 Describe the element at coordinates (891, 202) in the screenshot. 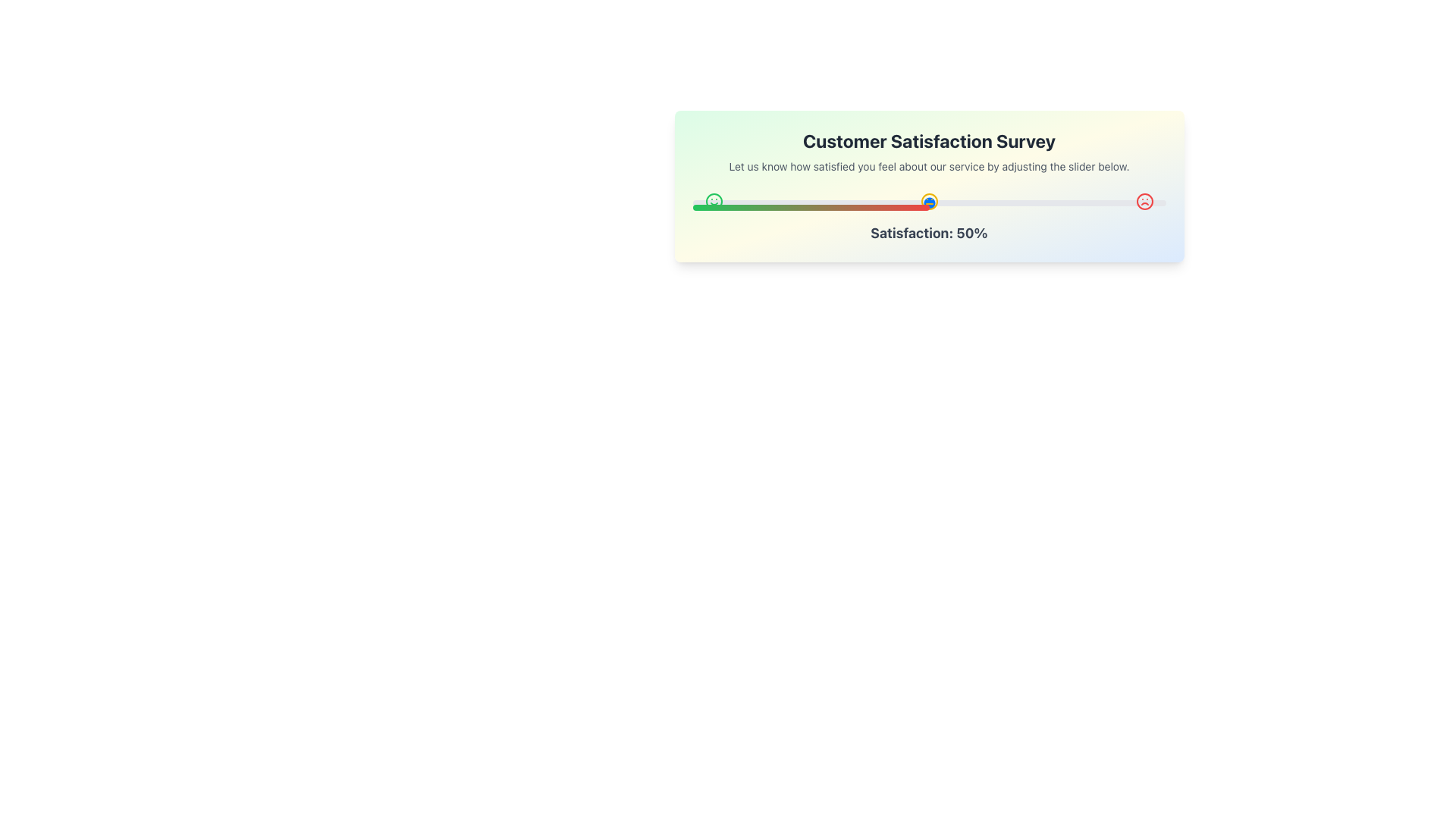

I see `satisfaction level` at that location.